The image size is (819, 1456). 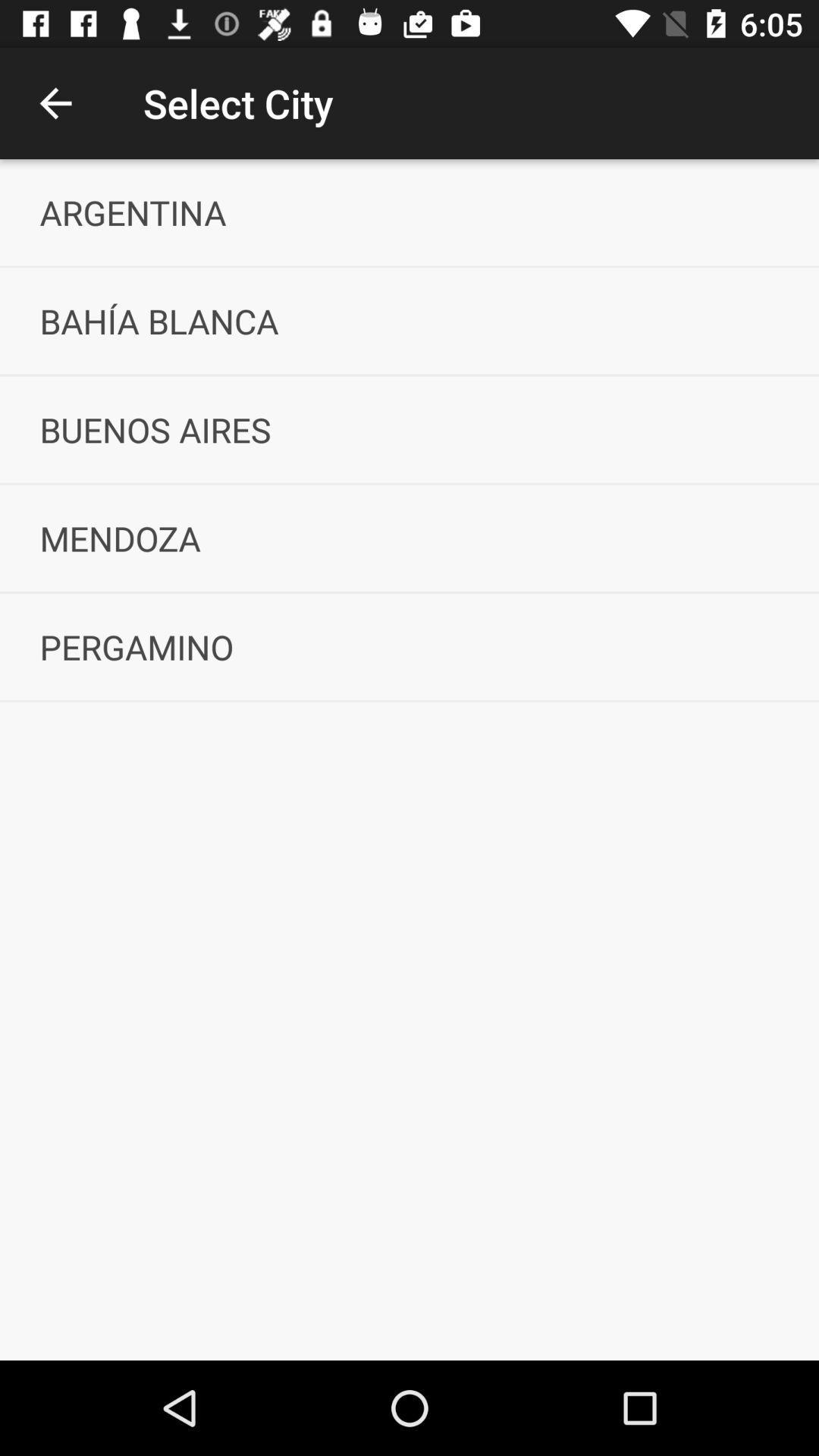 I want to click on the icon below mendoza icon, so click(x=409, y=647).